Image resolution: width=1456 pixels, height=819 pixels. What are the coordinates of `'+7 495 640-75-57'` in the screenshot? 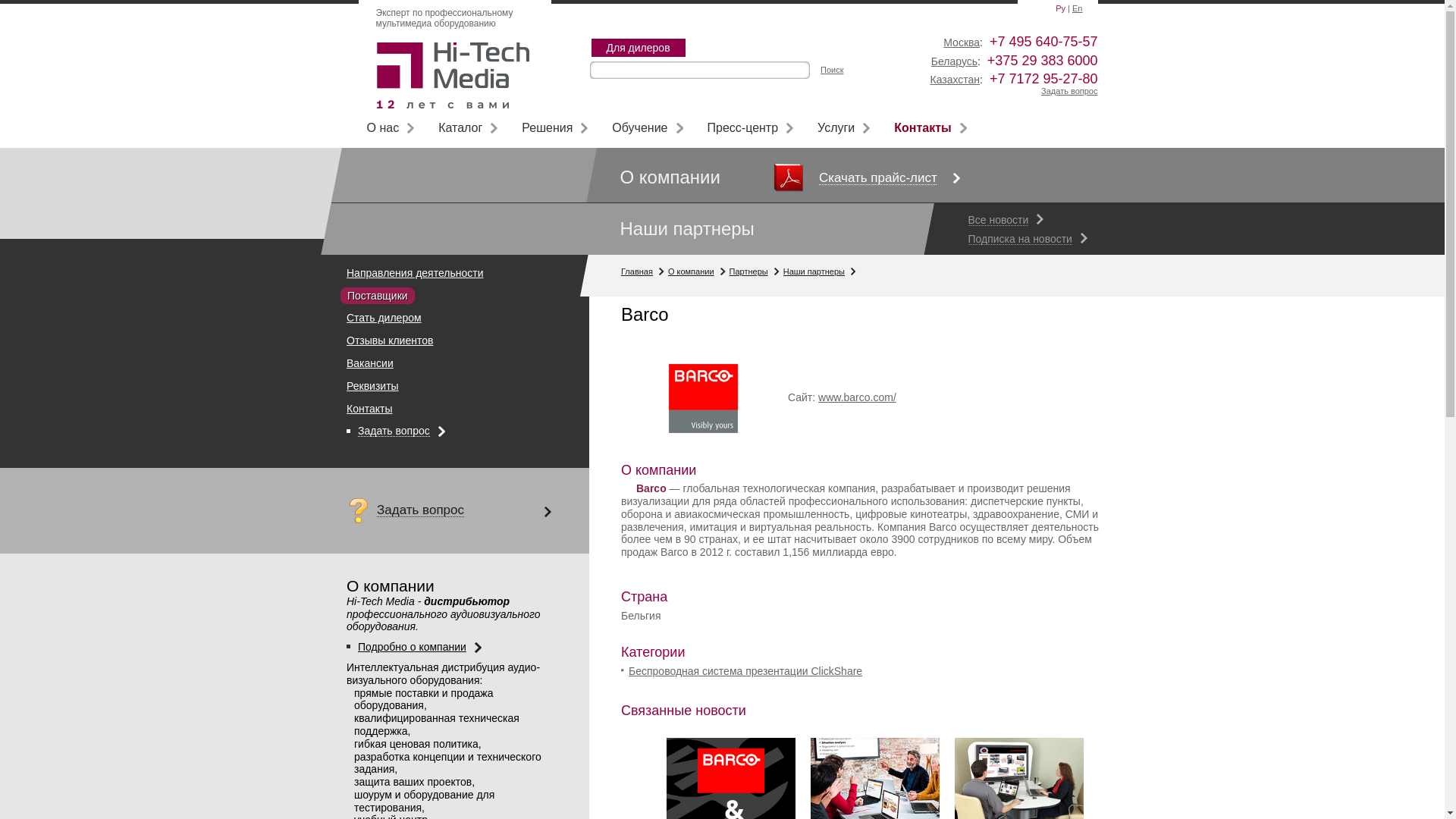 It's located at (1043, 40).